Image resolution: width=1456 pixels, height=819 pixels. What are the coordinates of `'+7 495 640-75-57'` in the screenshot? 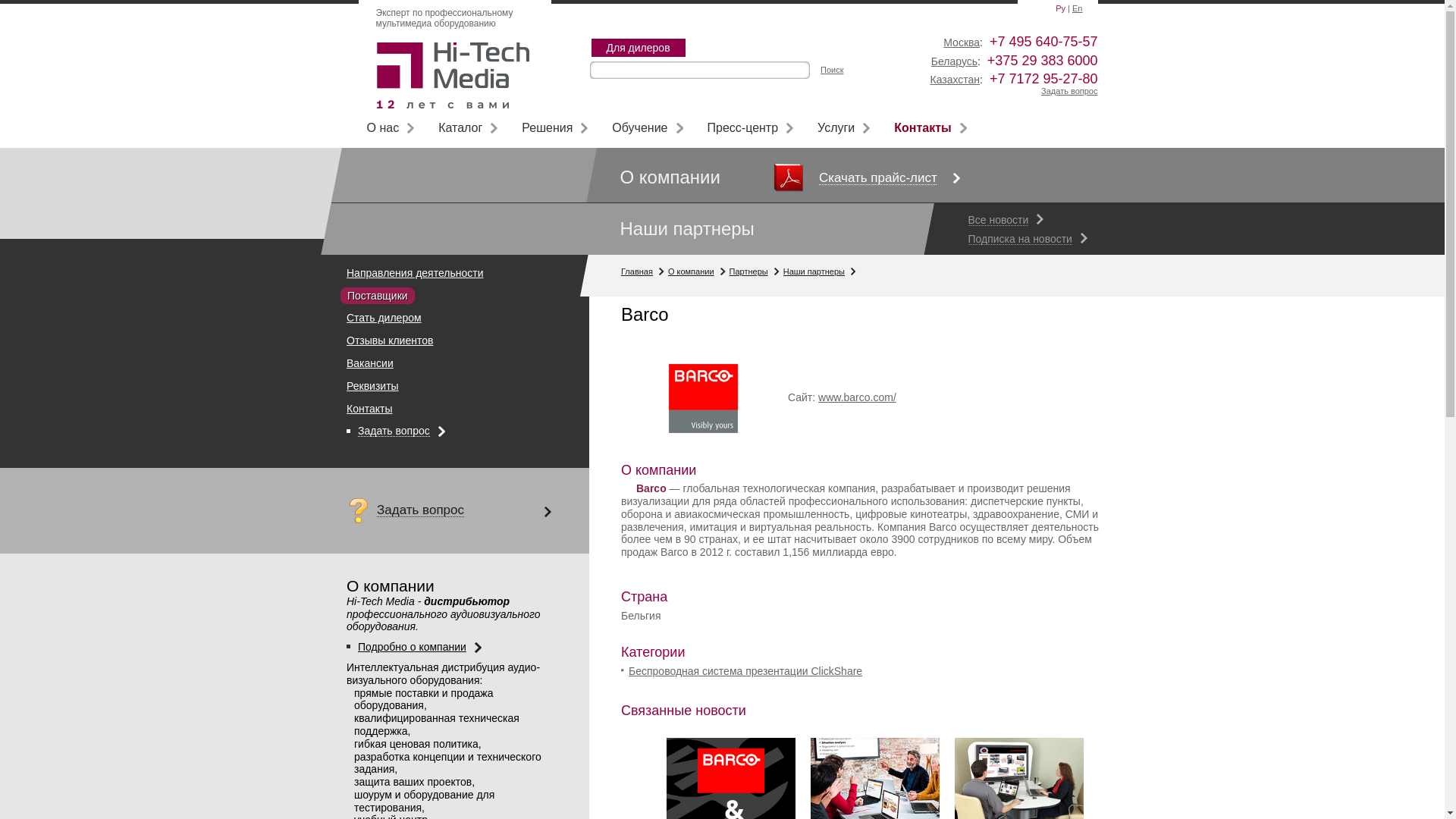 It's located at (1043, 40).